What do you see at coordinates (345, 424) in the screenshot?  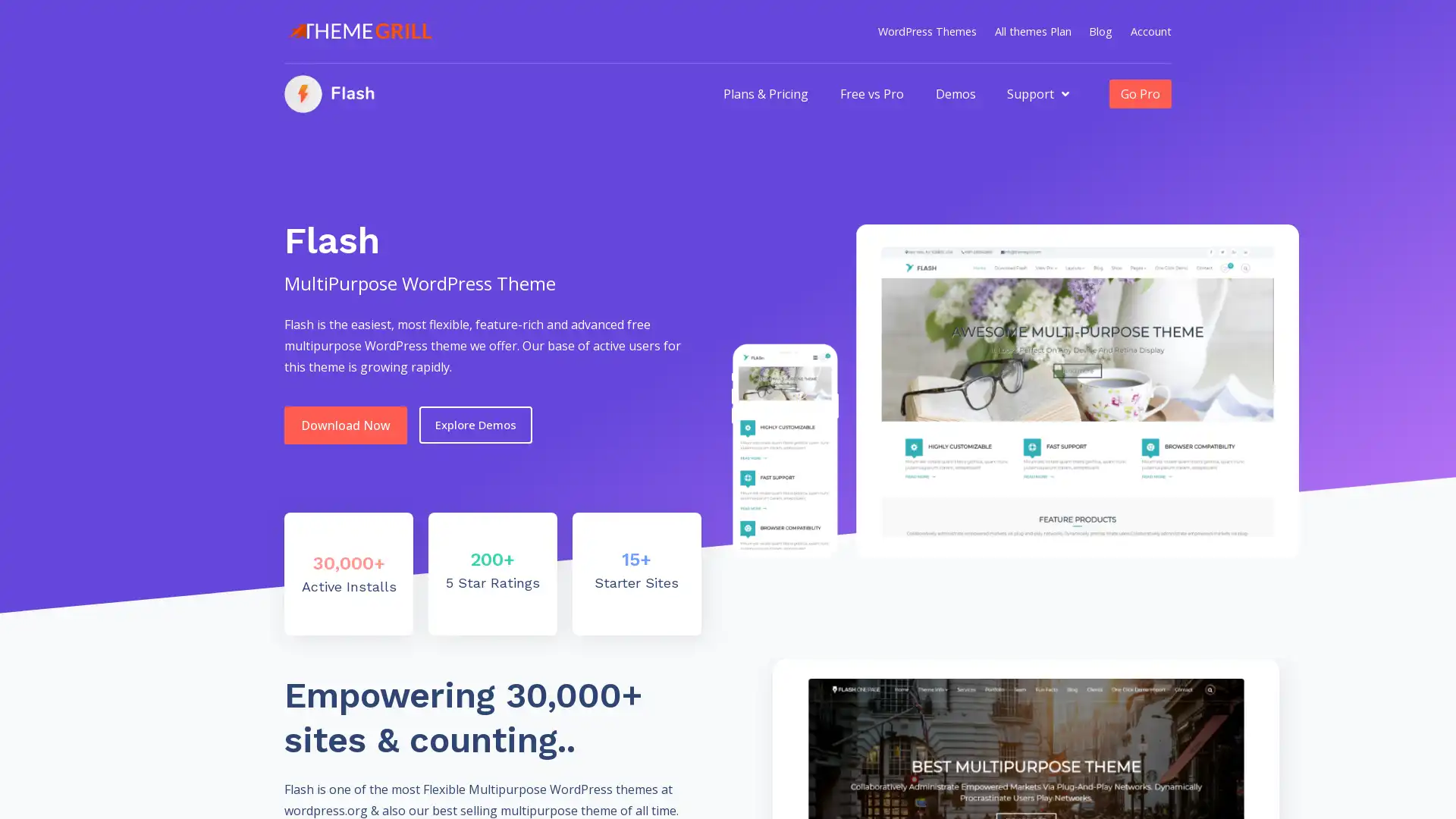 I see `Download Now` at bounding box center [345, 424].